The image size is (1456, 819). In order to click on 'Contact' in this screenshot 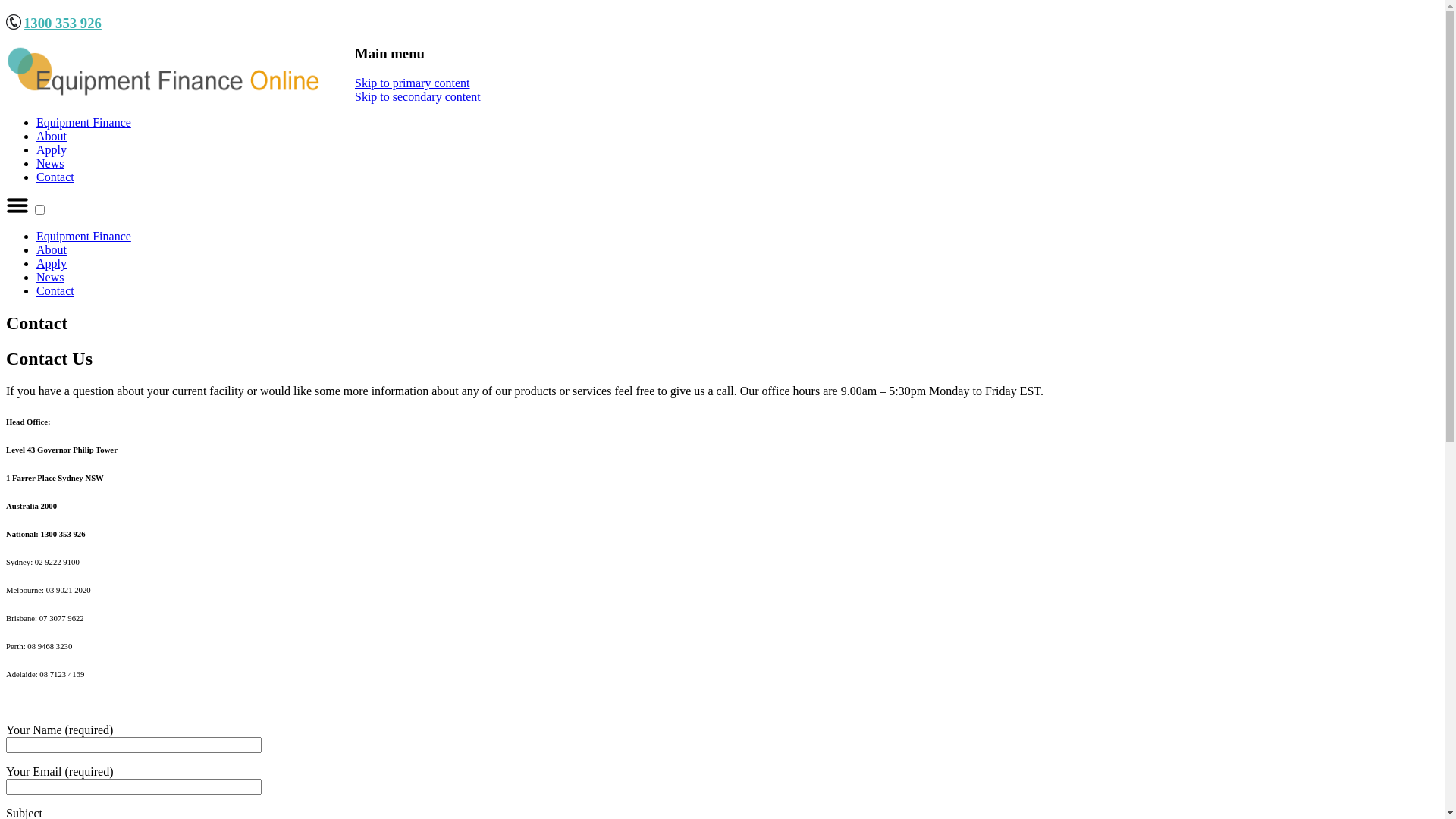, I will do `click(55, 290)`.